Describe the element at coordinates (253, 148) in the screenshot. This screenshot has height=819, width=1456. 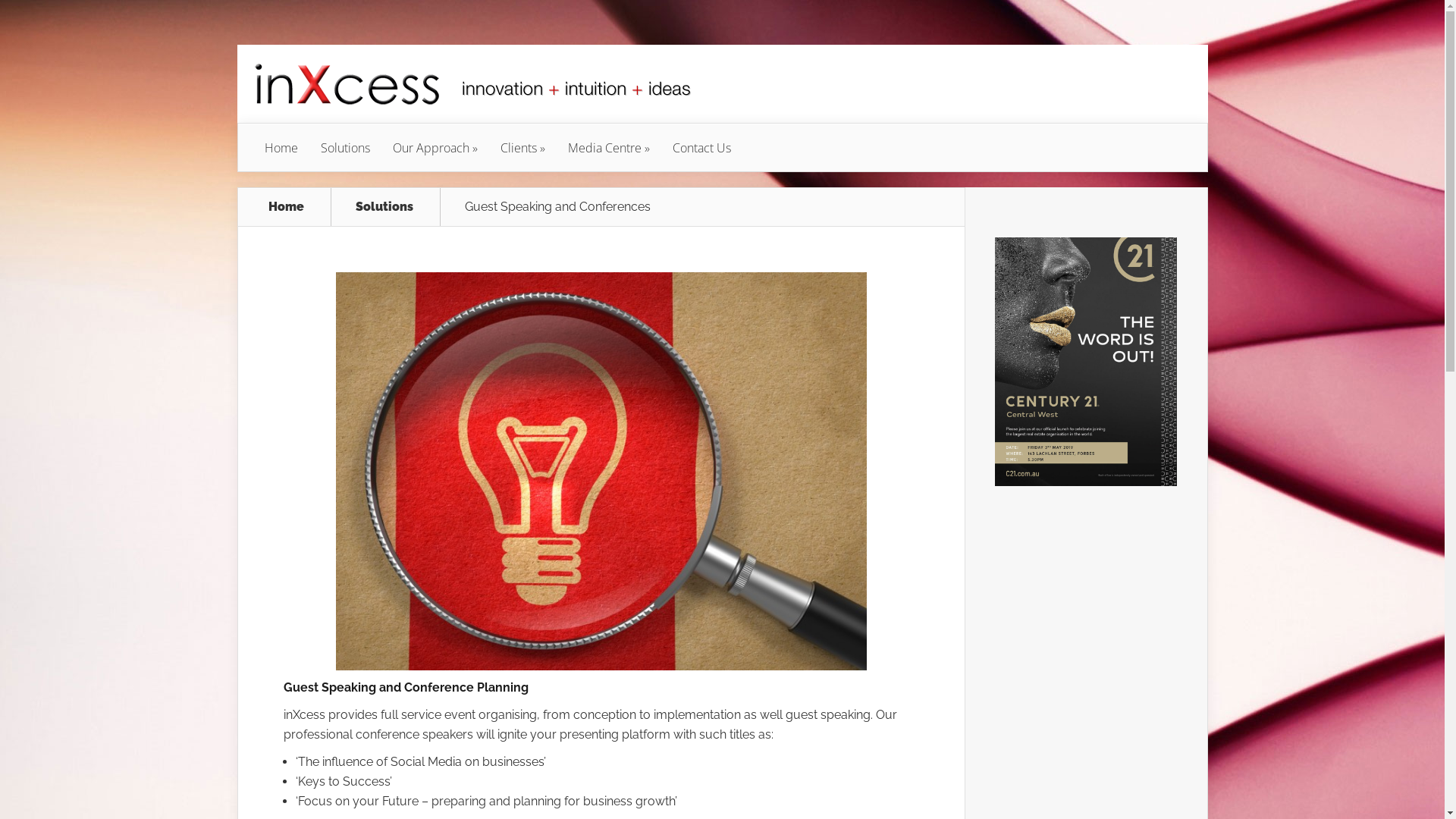
I see `'Home'` at that location.